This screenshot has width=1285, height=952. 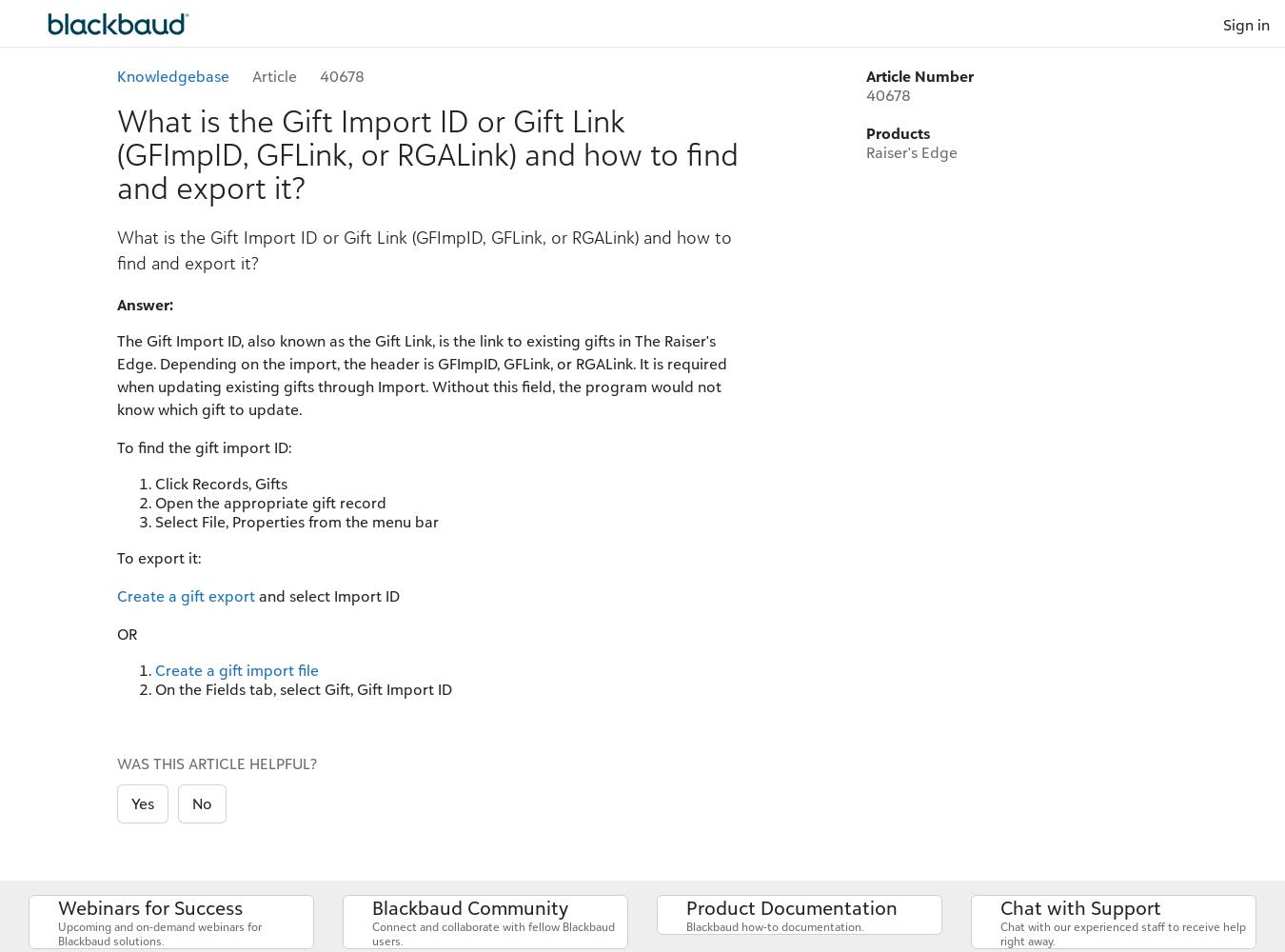 I want to click on 'Blackbaud how-to documentation.', so click(x=685, y=925).